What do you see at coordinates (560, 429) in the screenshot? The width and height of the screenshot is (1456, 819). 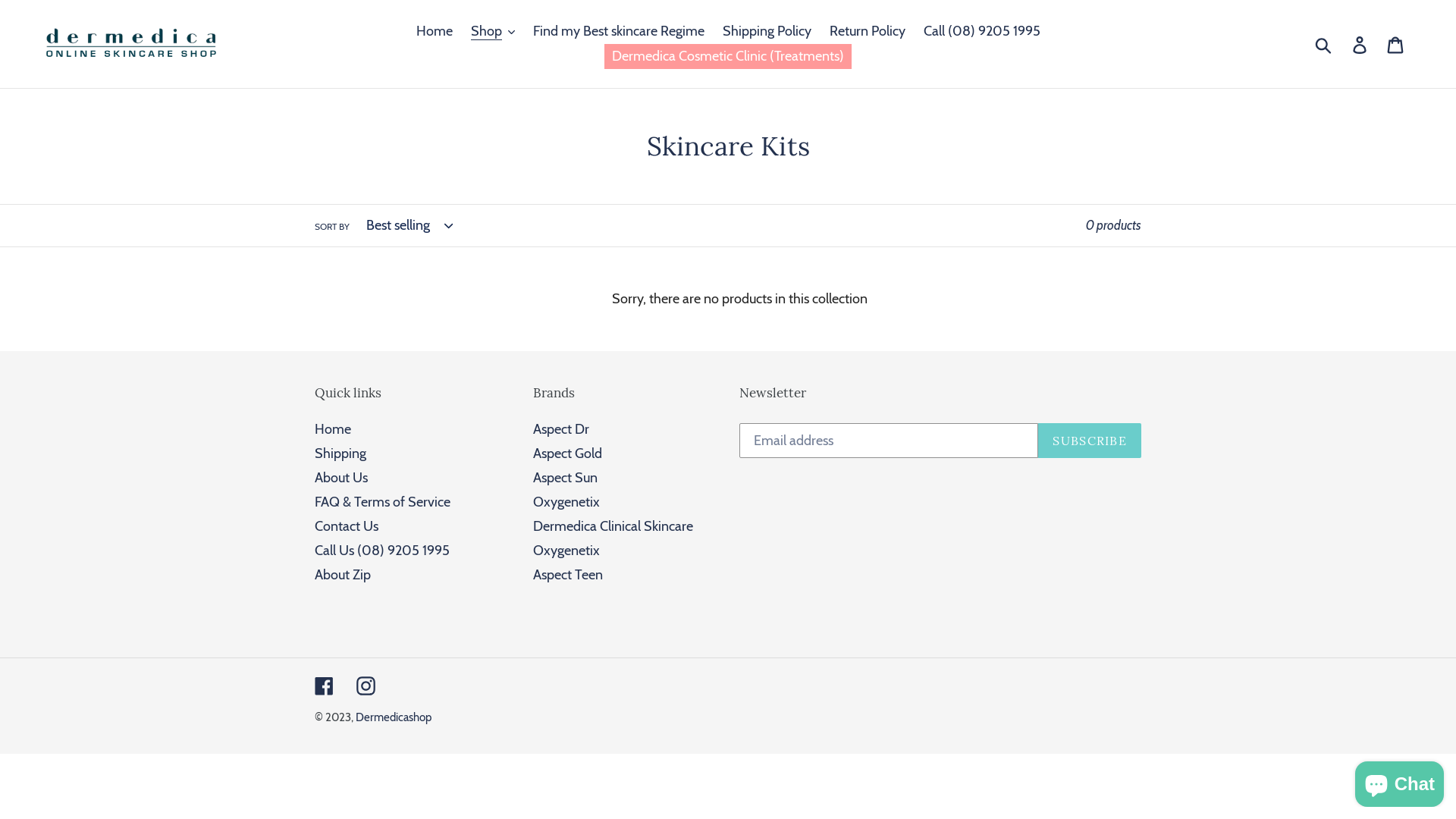 I see `'Aspect Dr'` at bounding box center [560, 429].